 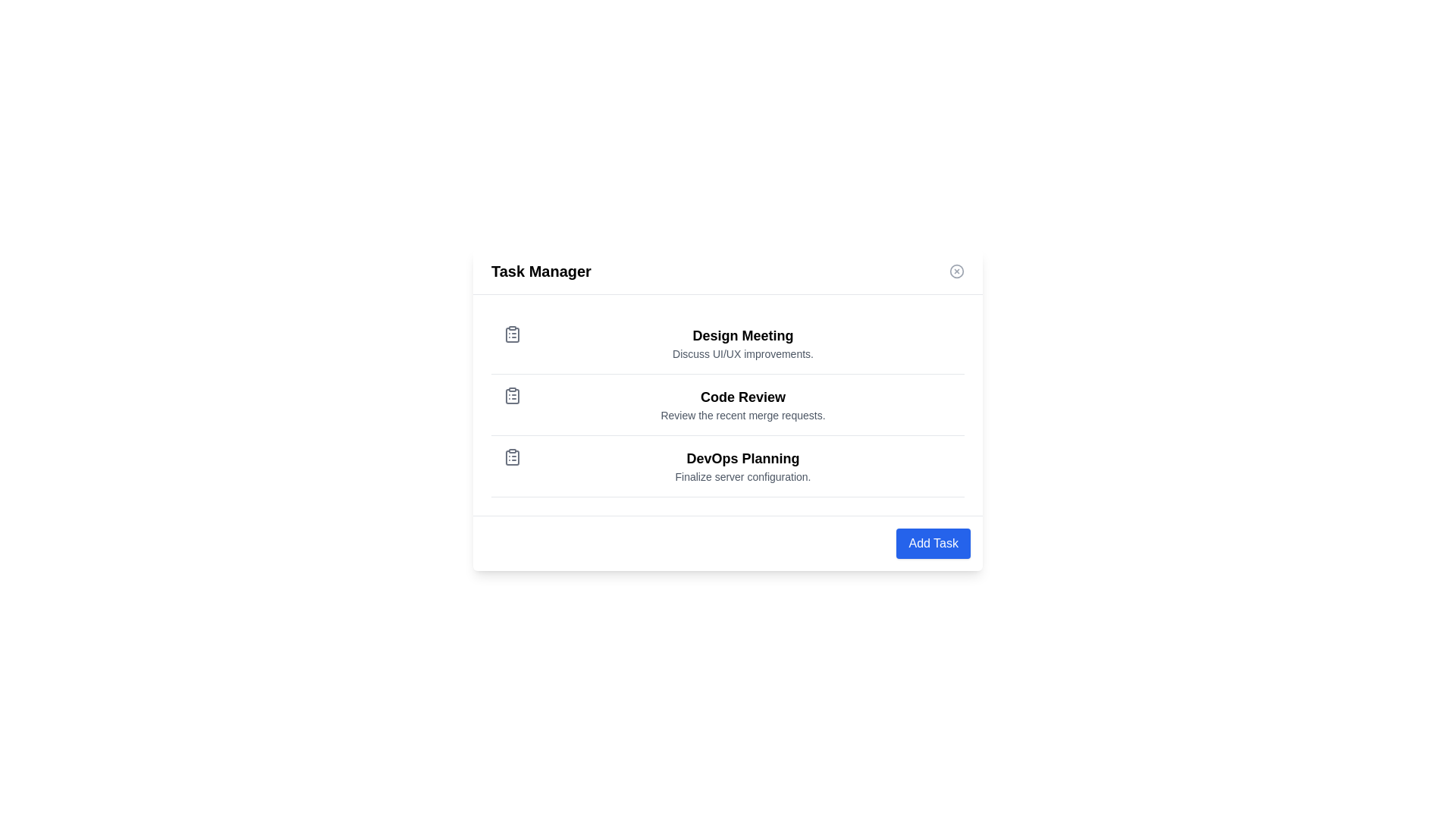 What do you see at coordinates (932, 542) in the screenshot?
I see `'Add Task' button to add a new task` at bounding box center [932, 542].